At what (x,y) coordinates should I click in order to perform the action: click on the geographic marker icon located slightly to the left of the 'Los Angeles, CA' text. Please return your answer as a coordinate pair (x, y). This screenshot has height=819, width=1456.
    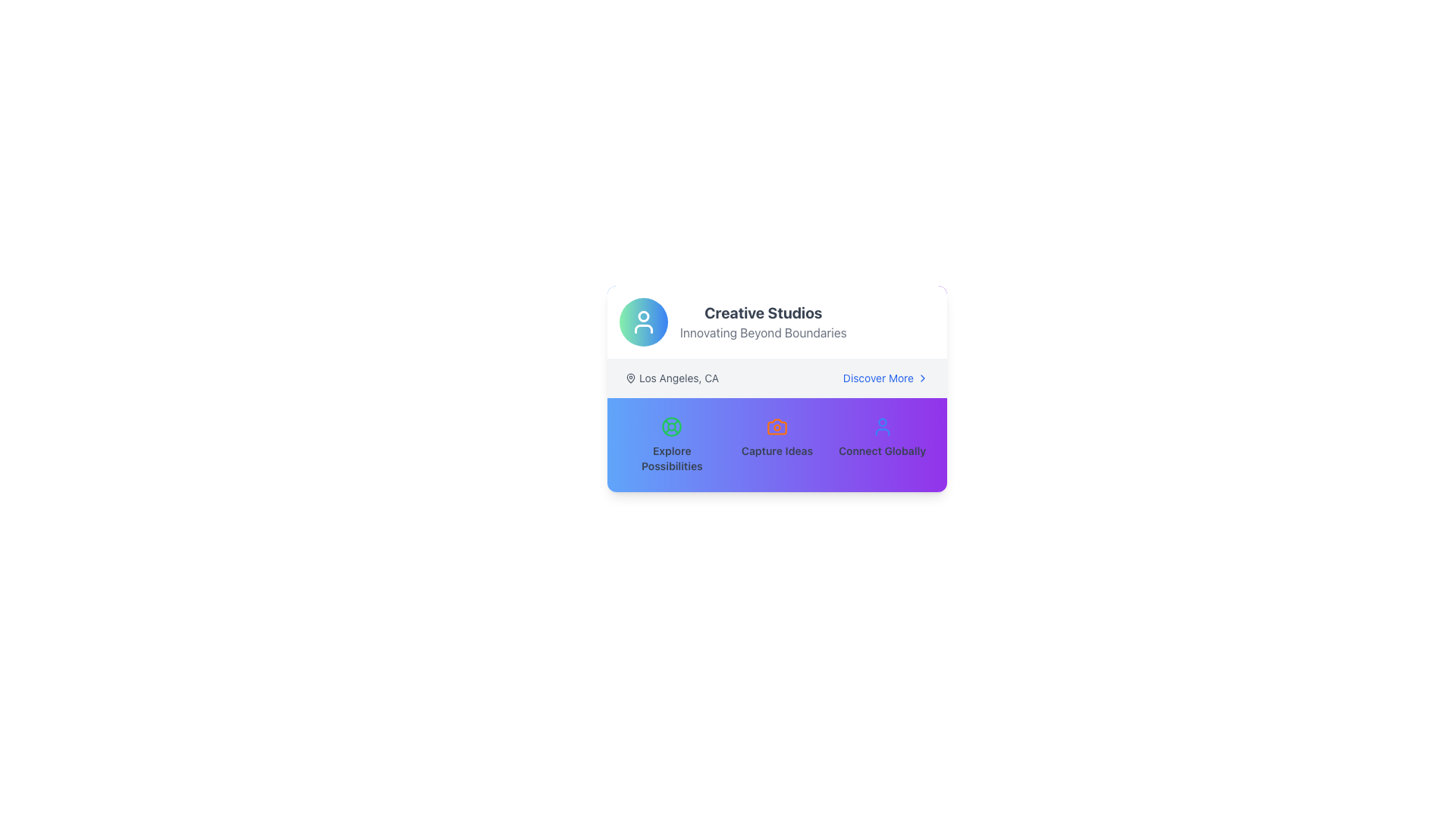
    Looking at the image, I should click on (630, 376).